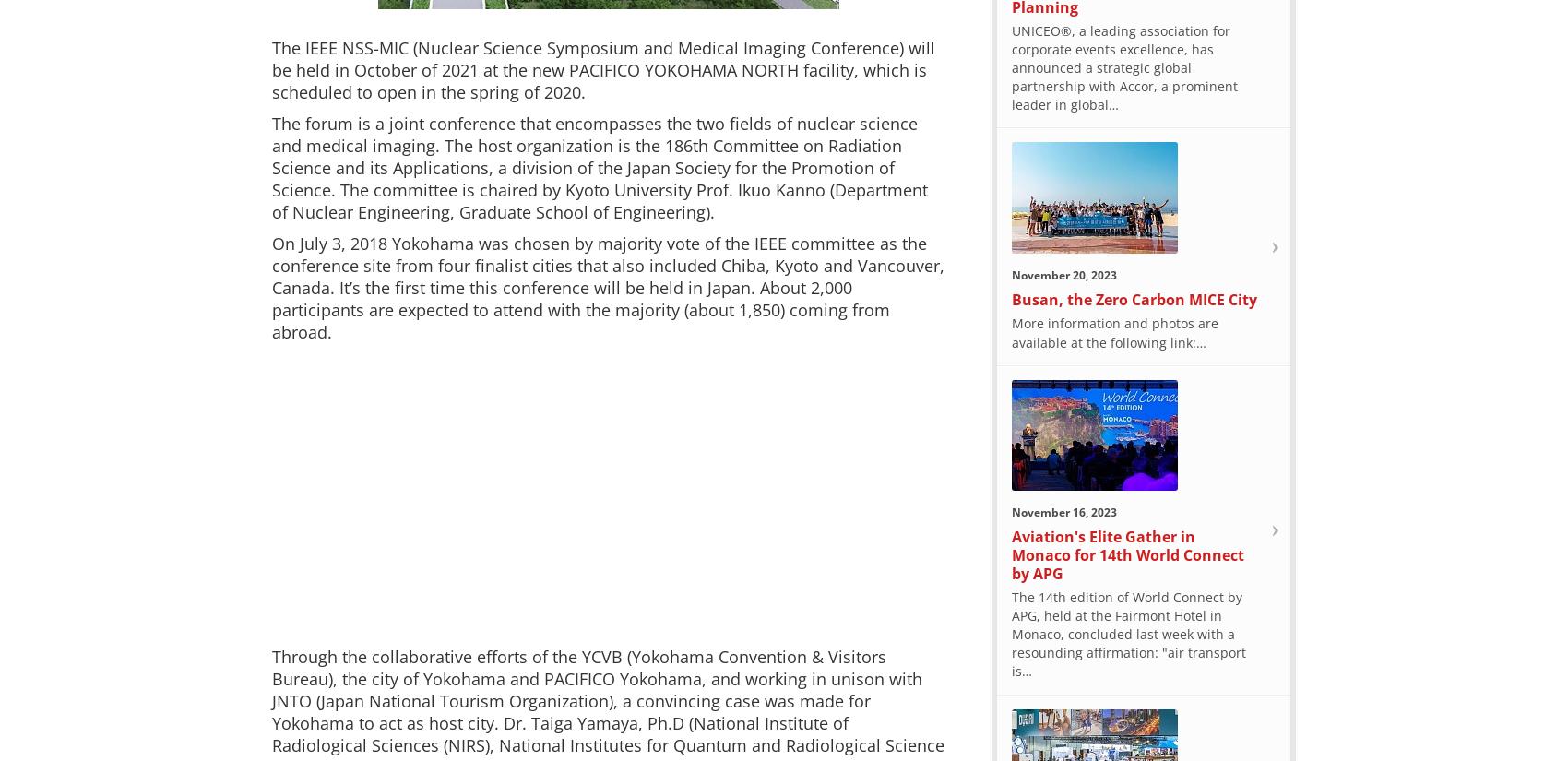 The height and width of the screenshot is (761, 1568). What do you see at coordinates (1128, 633) in the screenshot?
I see `'The 14th edition of World Connect by APG, held at the Fairmont Hotel in Monaco, concluded last week with a resounding affirmation: "air transport is…'` at bounding box center [1128, 633].